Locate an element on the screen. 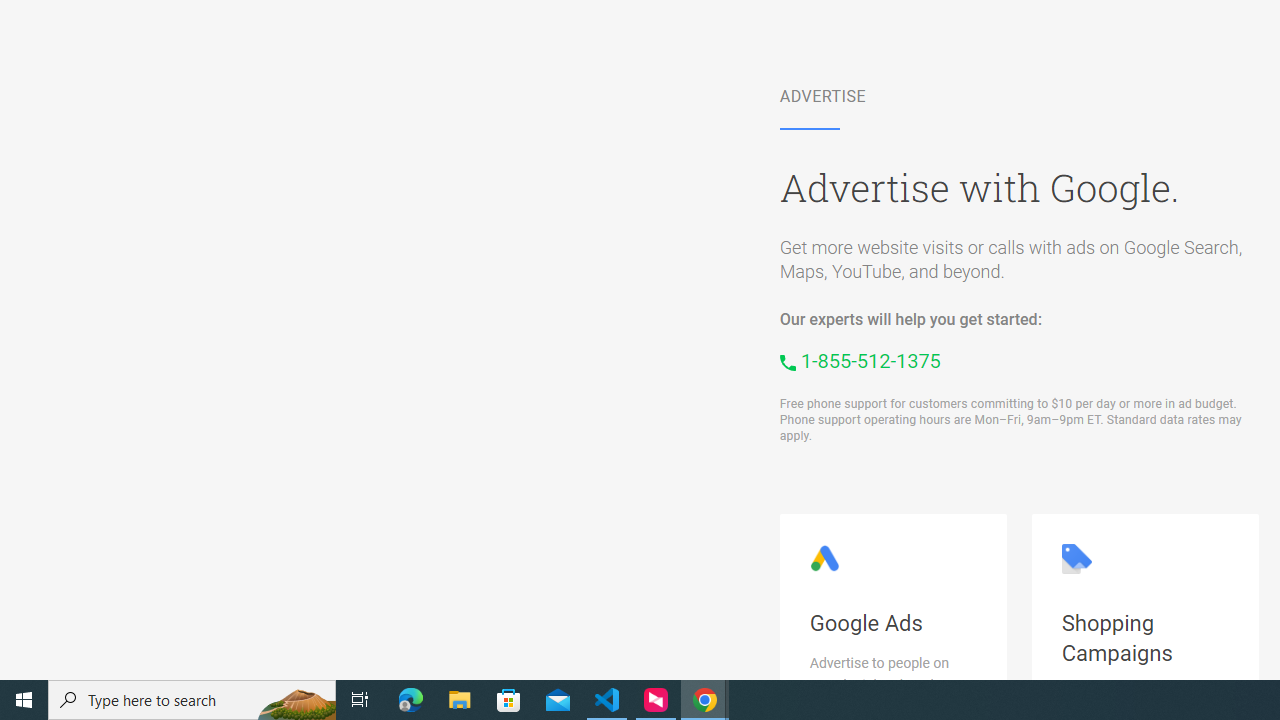 The width and height of the screenshot is (1280, 720). 'Google Ads logo' is located at coordinates (824, 559).